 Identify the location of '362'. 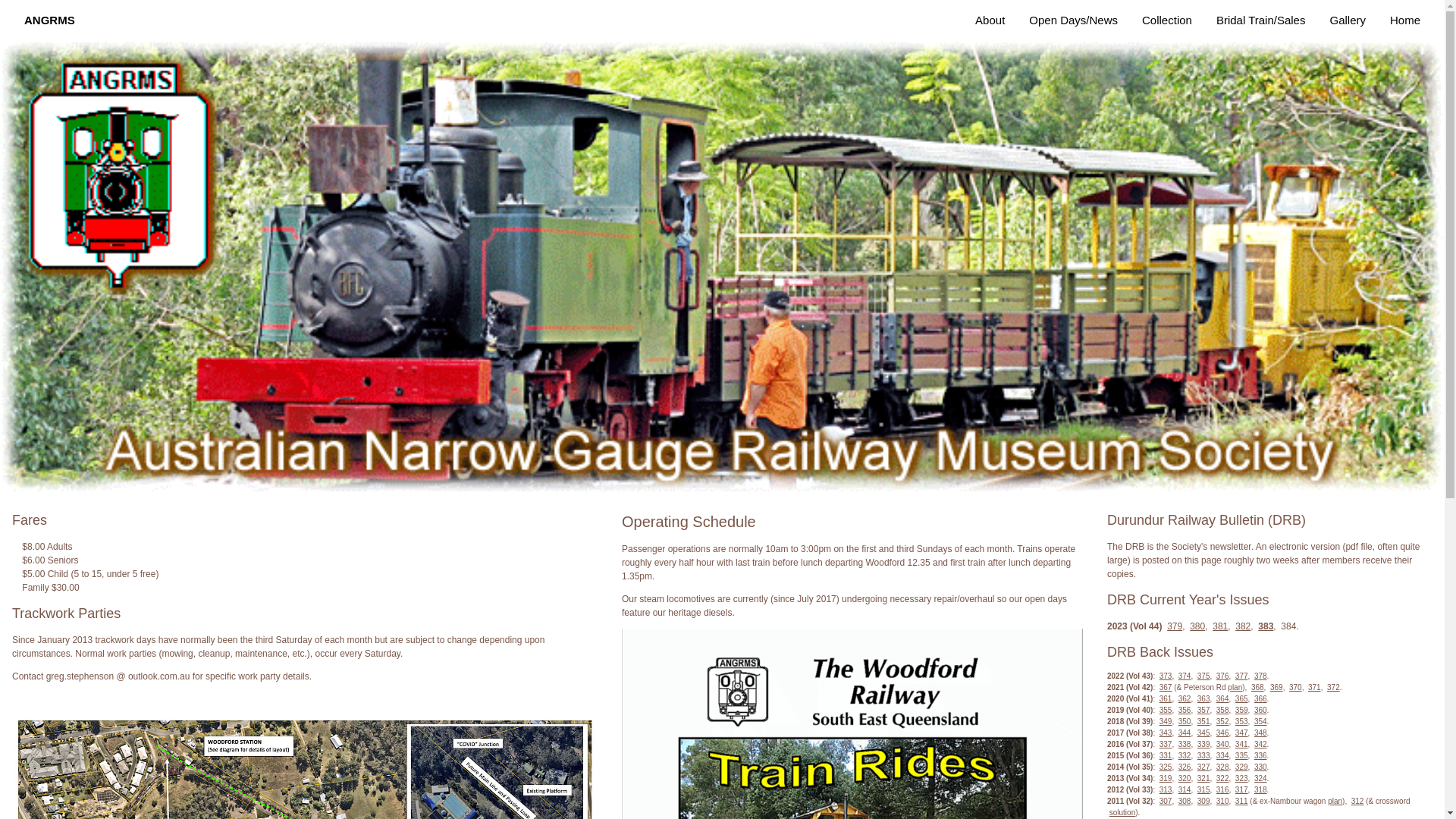
(1184, 698).